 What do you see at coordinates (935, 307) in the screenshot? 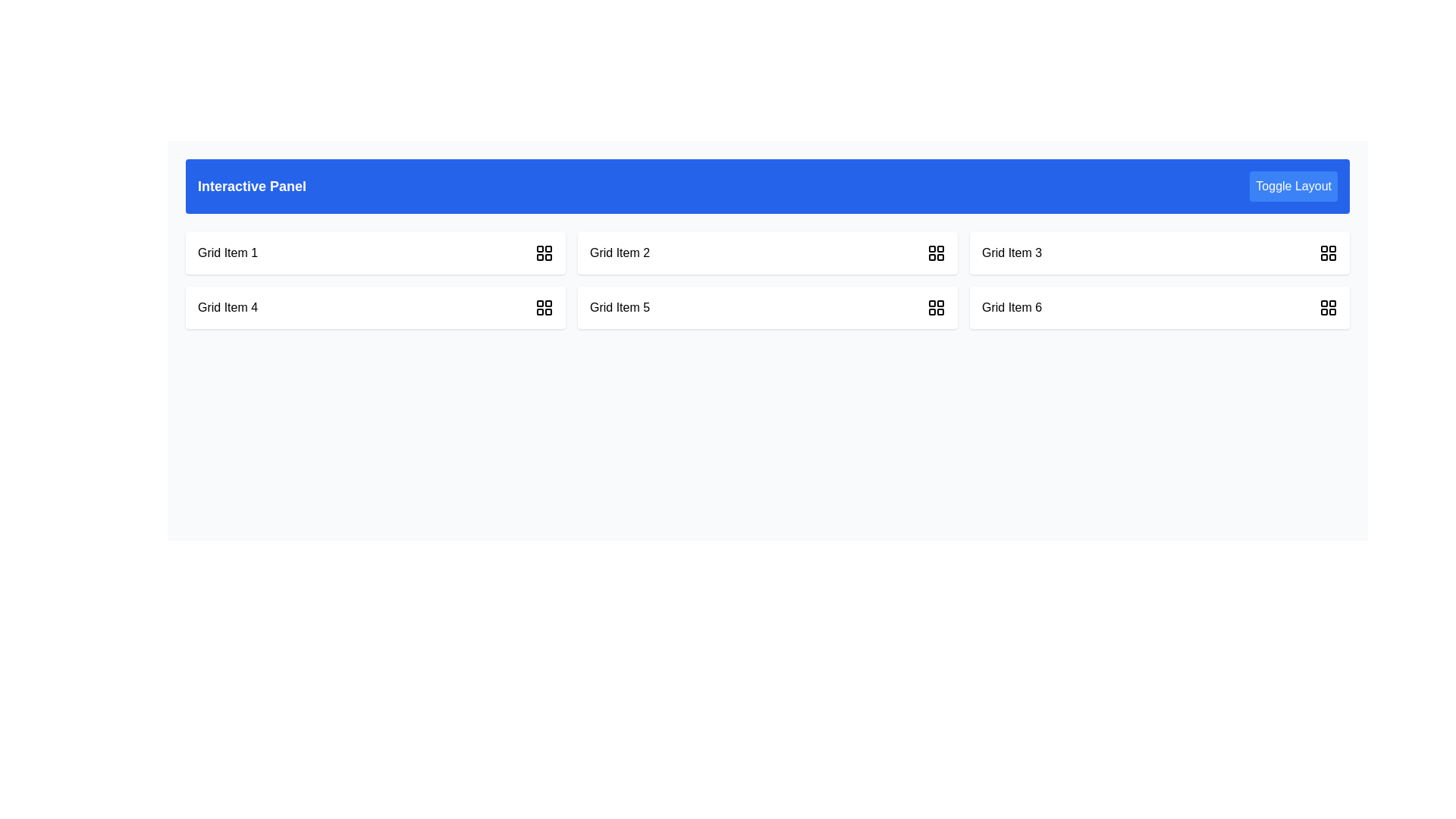
I see `the icon associated with 'Grid Item 5' located to the far right of the text` at bounding box center [935, 307].